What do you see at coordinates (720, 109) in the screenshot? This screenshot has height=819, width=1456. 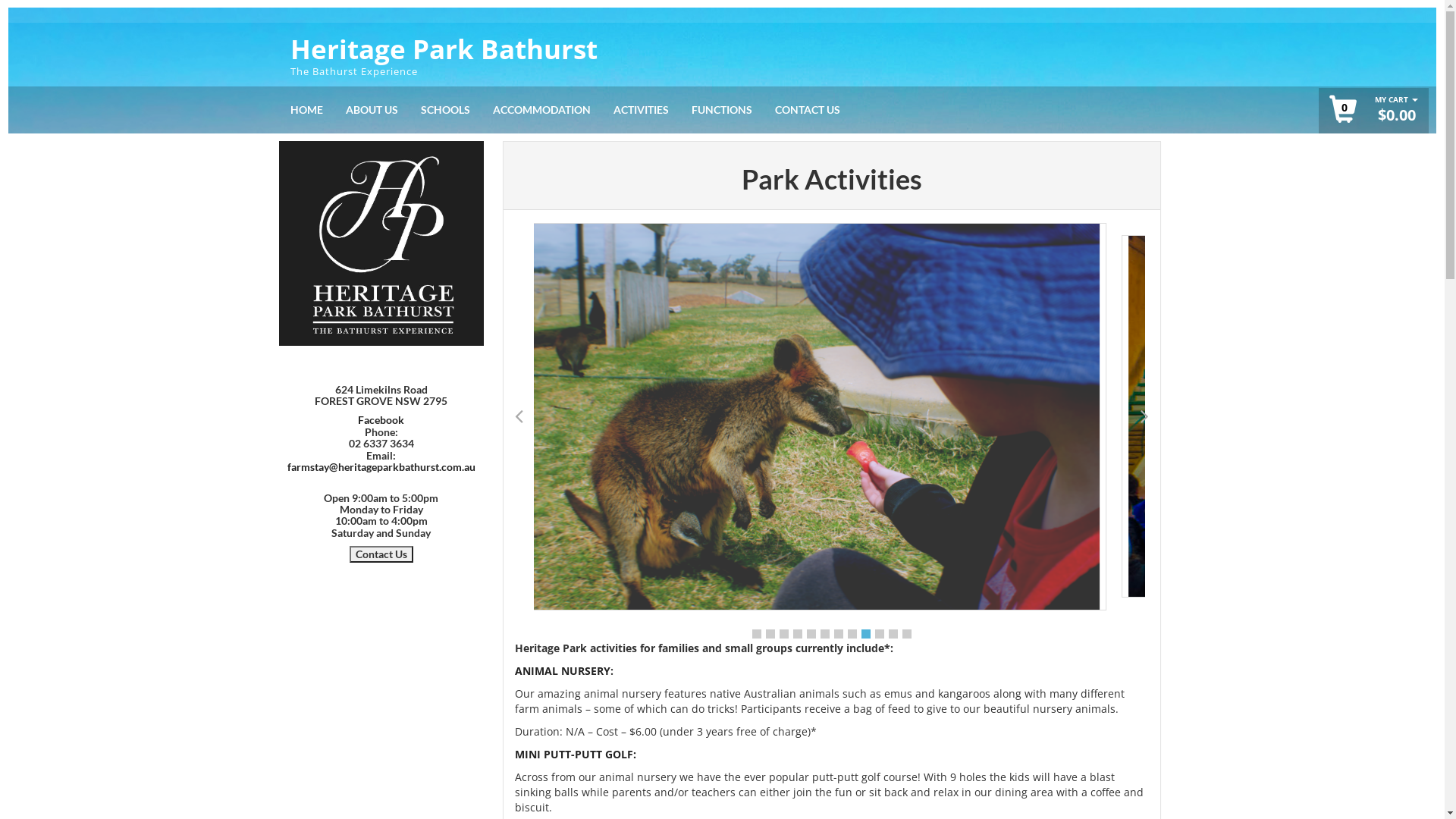 I see `'FUNCTIONS'` at bounding box center [720, 109].